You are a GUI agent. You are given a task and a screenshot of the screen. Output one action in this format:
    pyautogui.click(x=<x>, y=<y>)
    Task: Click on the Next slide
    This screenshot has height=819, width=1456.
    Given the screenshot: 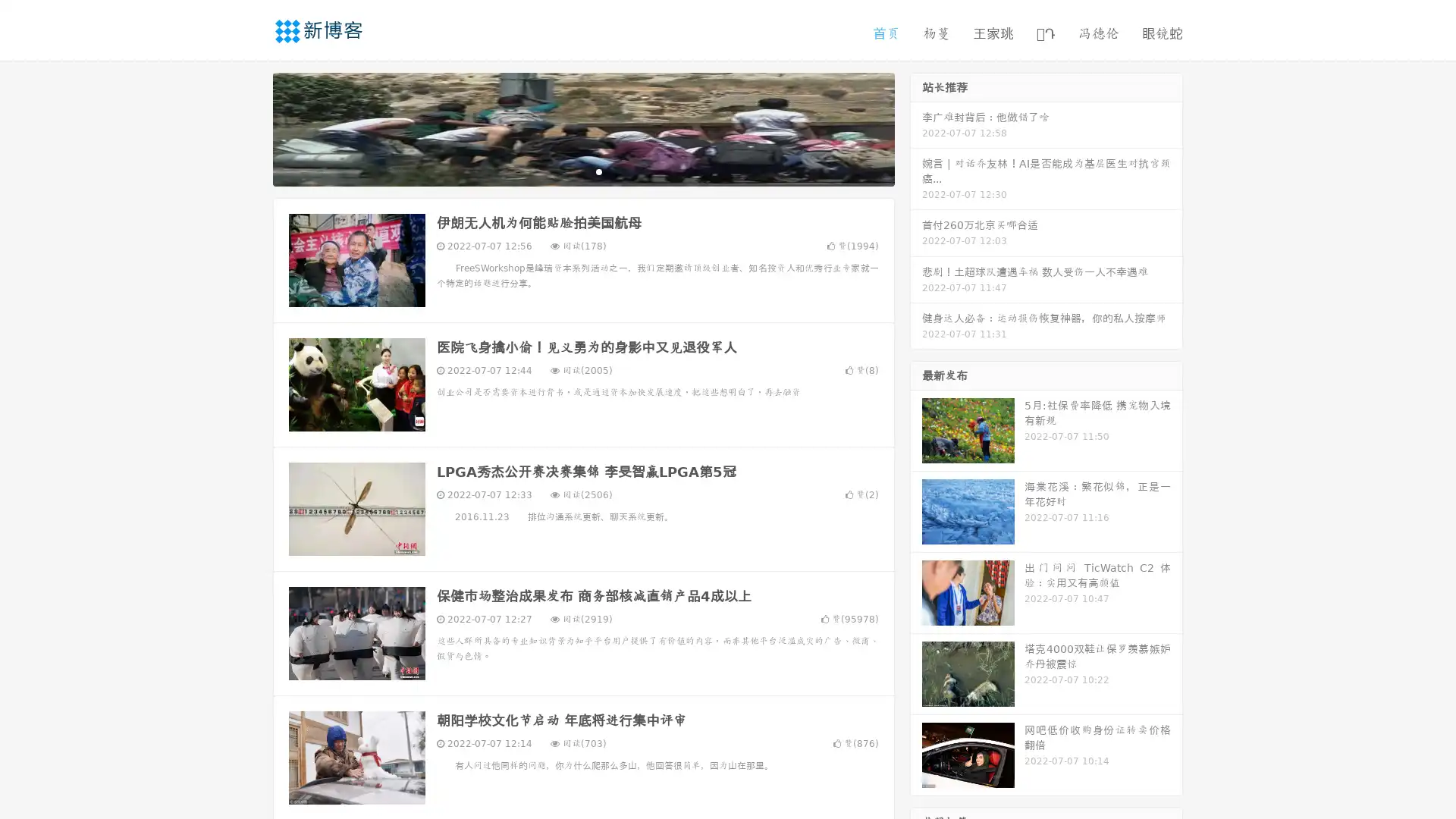 What is the action you would take?
    pyautogui.click(x=916, y=127)
    